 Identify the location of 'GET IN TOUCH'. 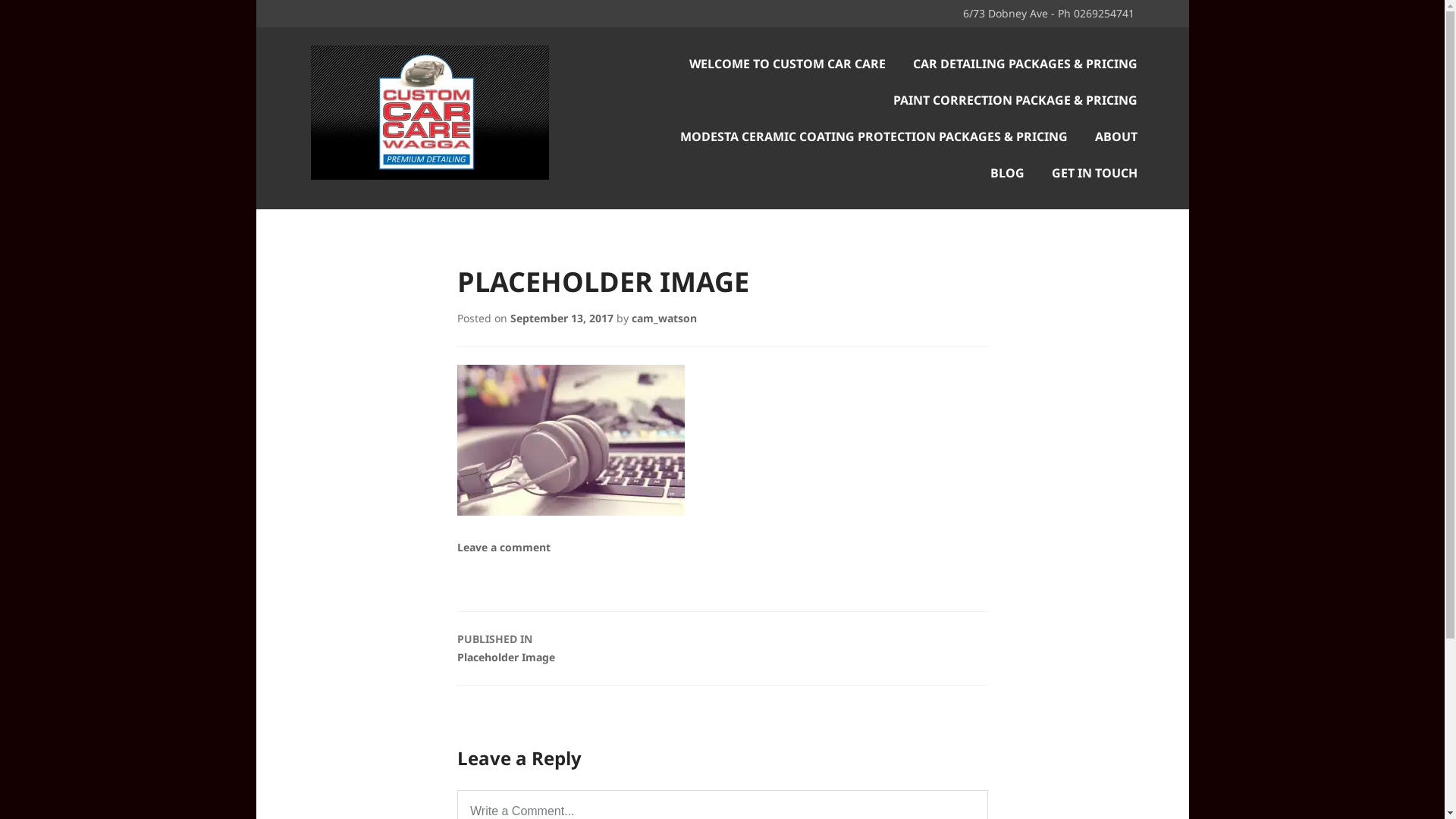
(1050, 171).